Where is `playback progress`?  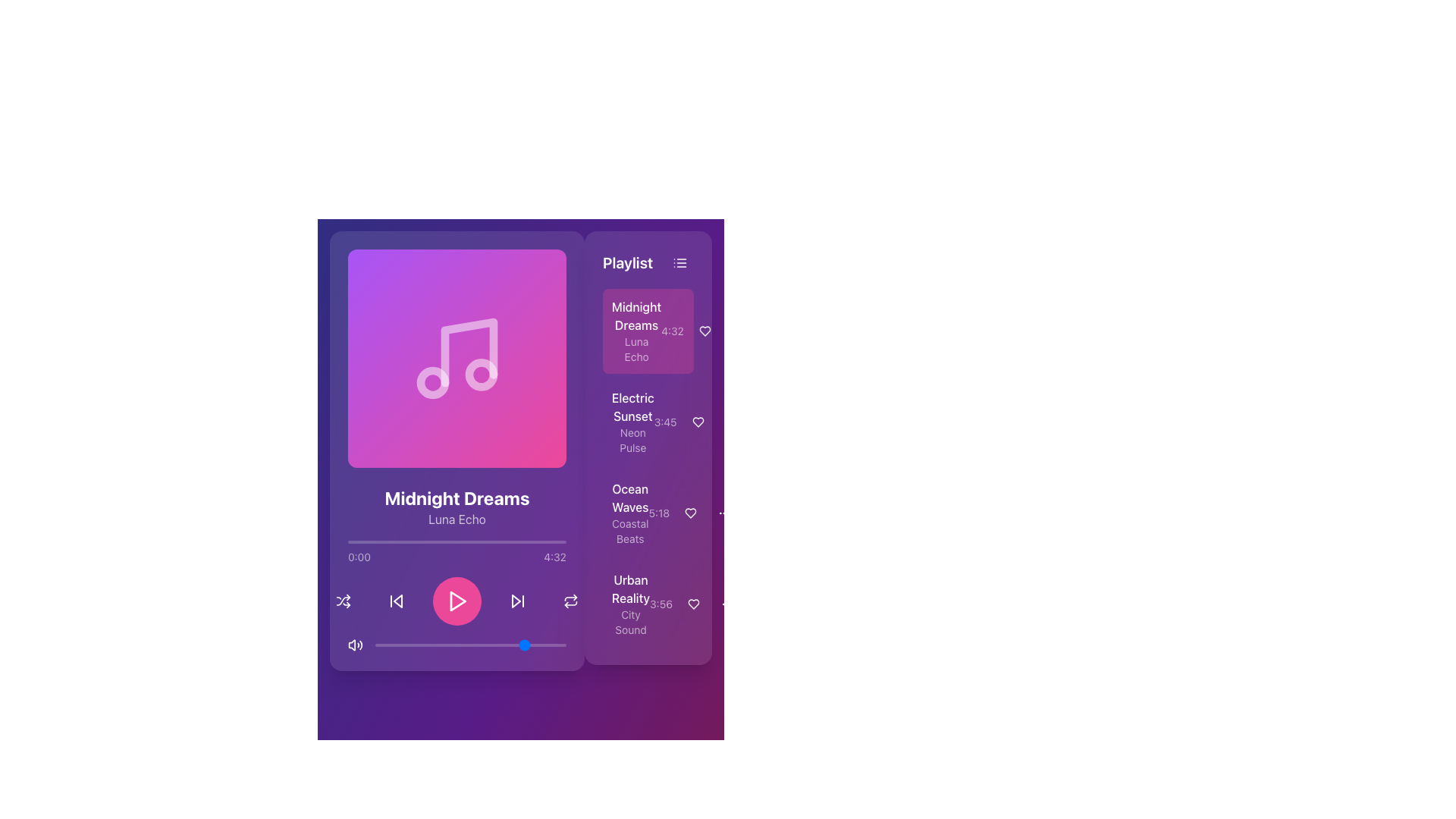 playback progress is located at coordinates (499, 645).